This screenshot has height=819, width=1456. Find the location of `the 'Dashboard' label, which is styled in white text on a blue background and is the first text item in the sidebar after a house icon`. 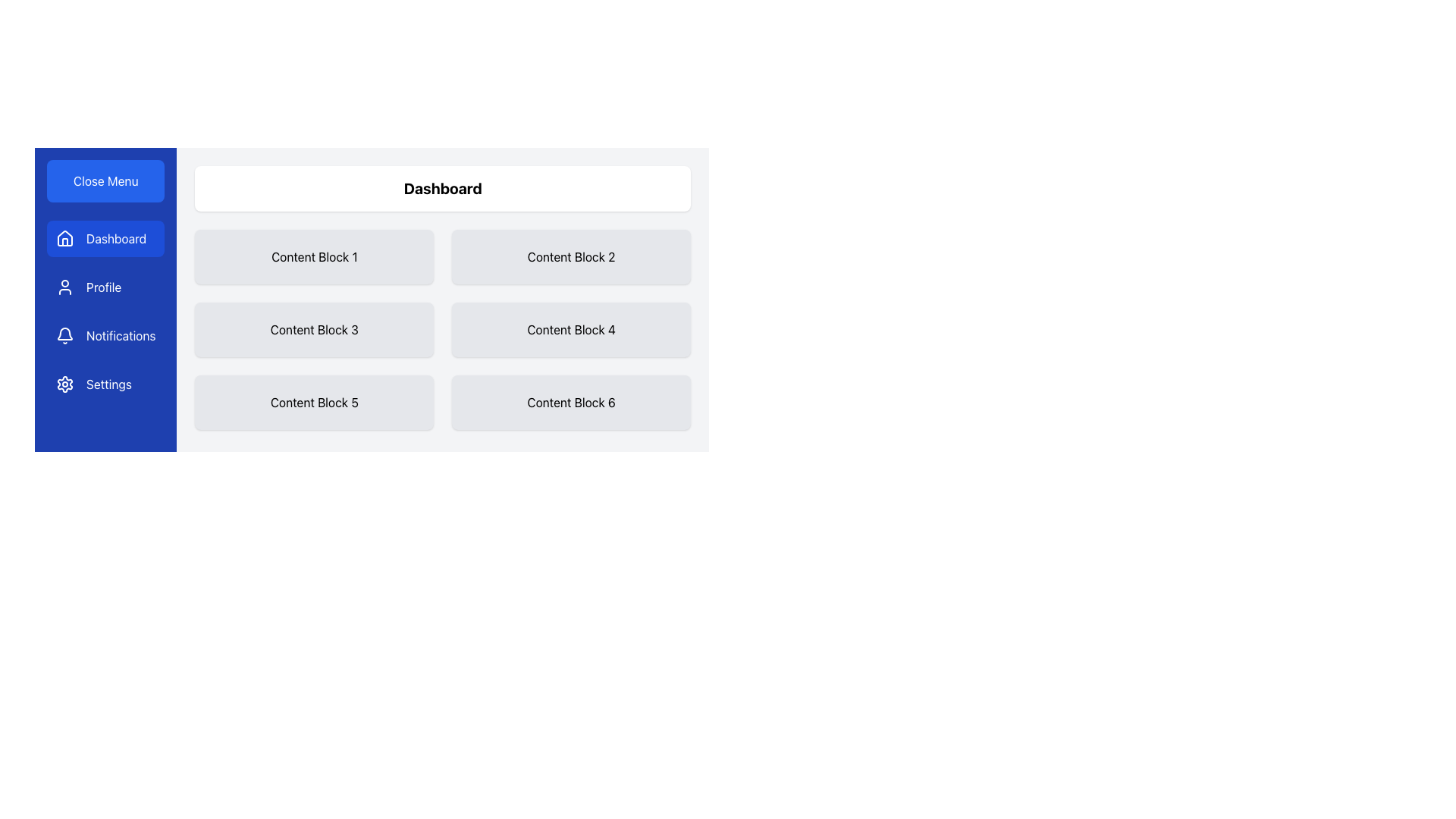

the 'Dashboard' label, which is styled in white text on a blue background and is the first text item in the sidebar after a house icon is located at coordinates (115, 239).